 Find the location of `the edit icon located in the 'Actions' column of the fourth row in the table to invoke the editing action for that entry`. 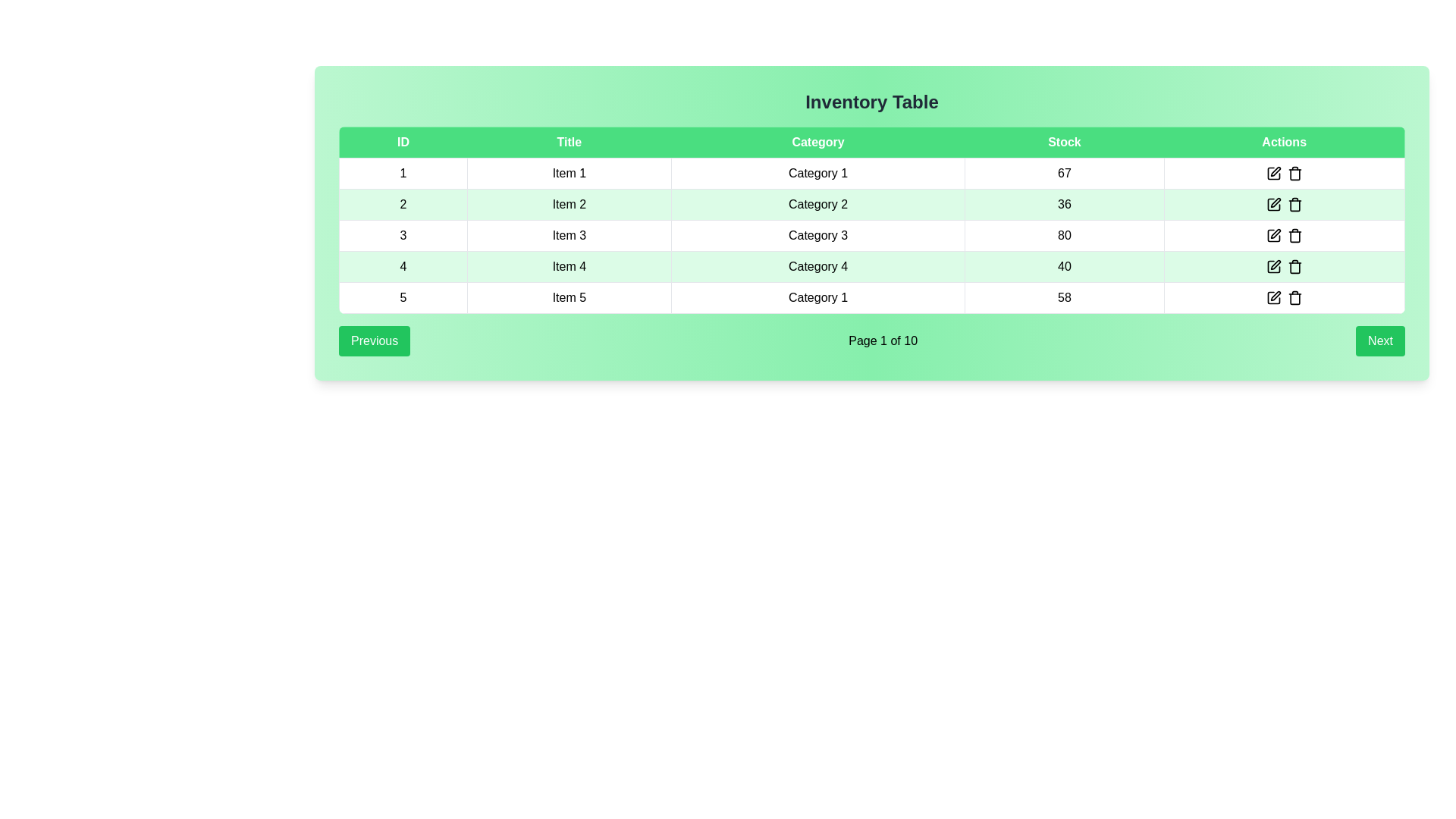

the edit icon located in the 'Actions' column of the fourth row in the table to invoke the editing action for that entry is located at coordinates (1275, 234).